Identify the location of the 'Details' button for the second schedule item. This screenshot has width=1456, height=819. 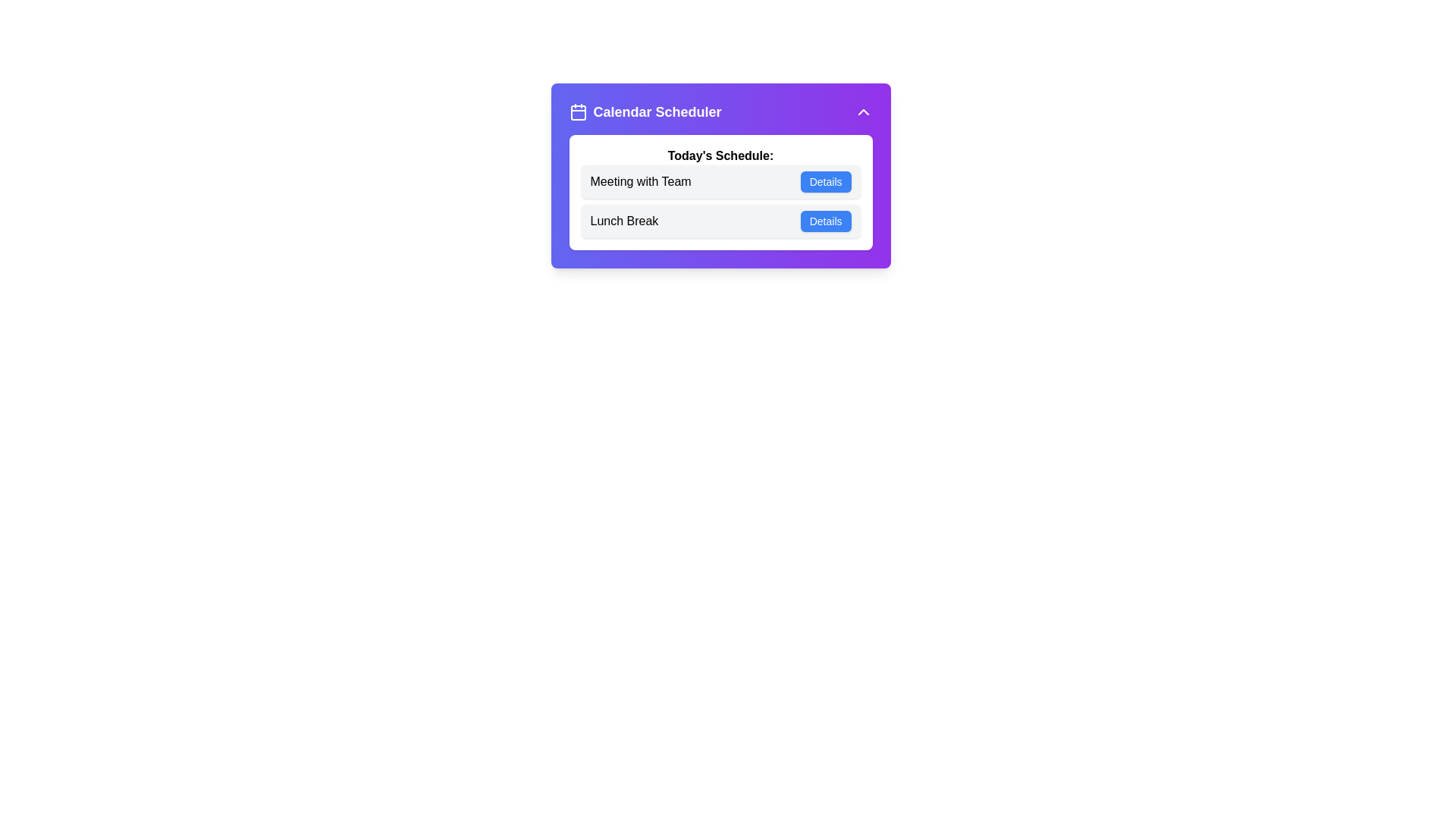
(825, 221).